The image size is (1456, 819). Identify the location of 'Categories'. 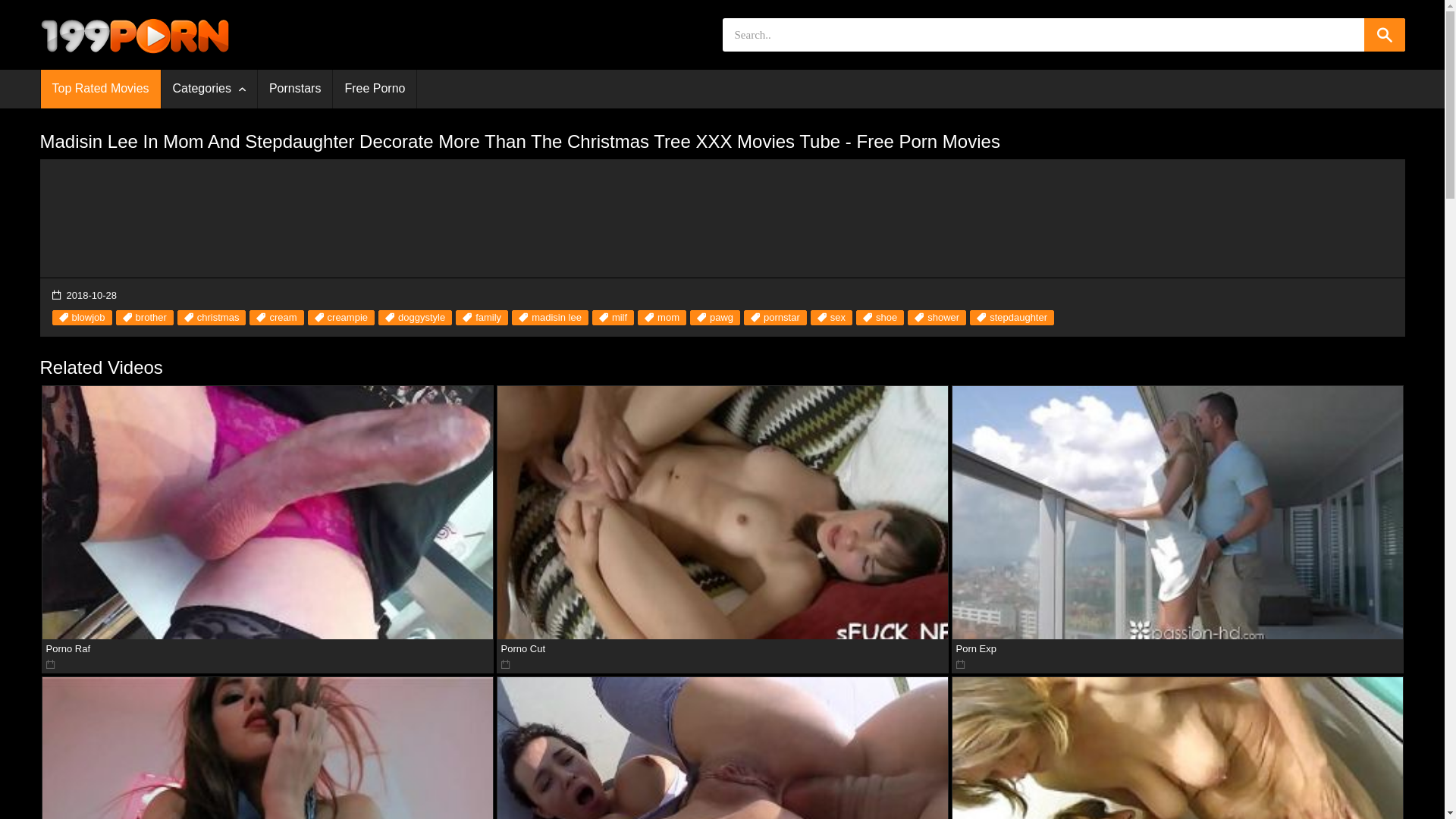
(208, 89).